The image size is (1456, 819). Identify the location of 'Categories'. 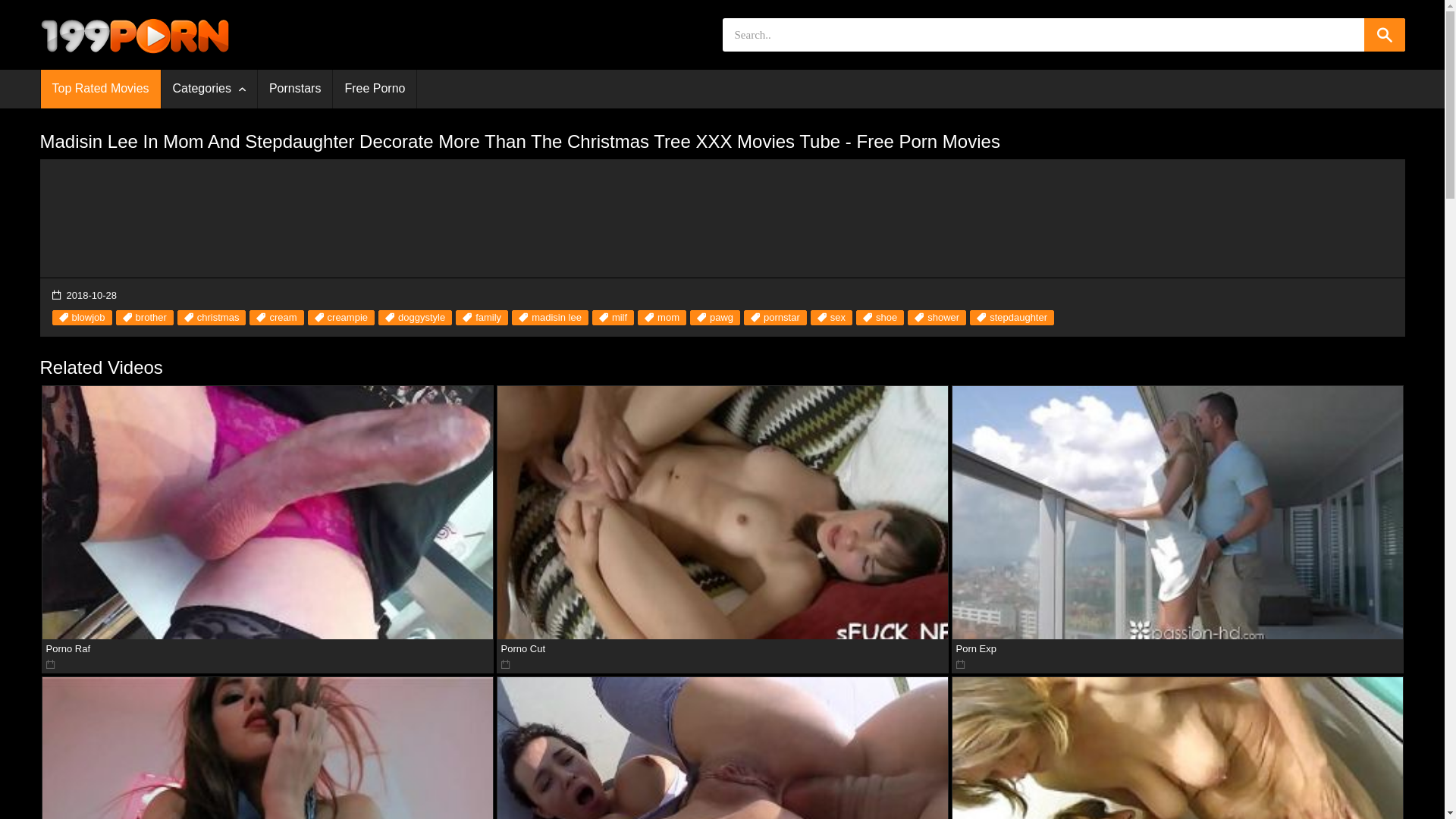
(208, 89).